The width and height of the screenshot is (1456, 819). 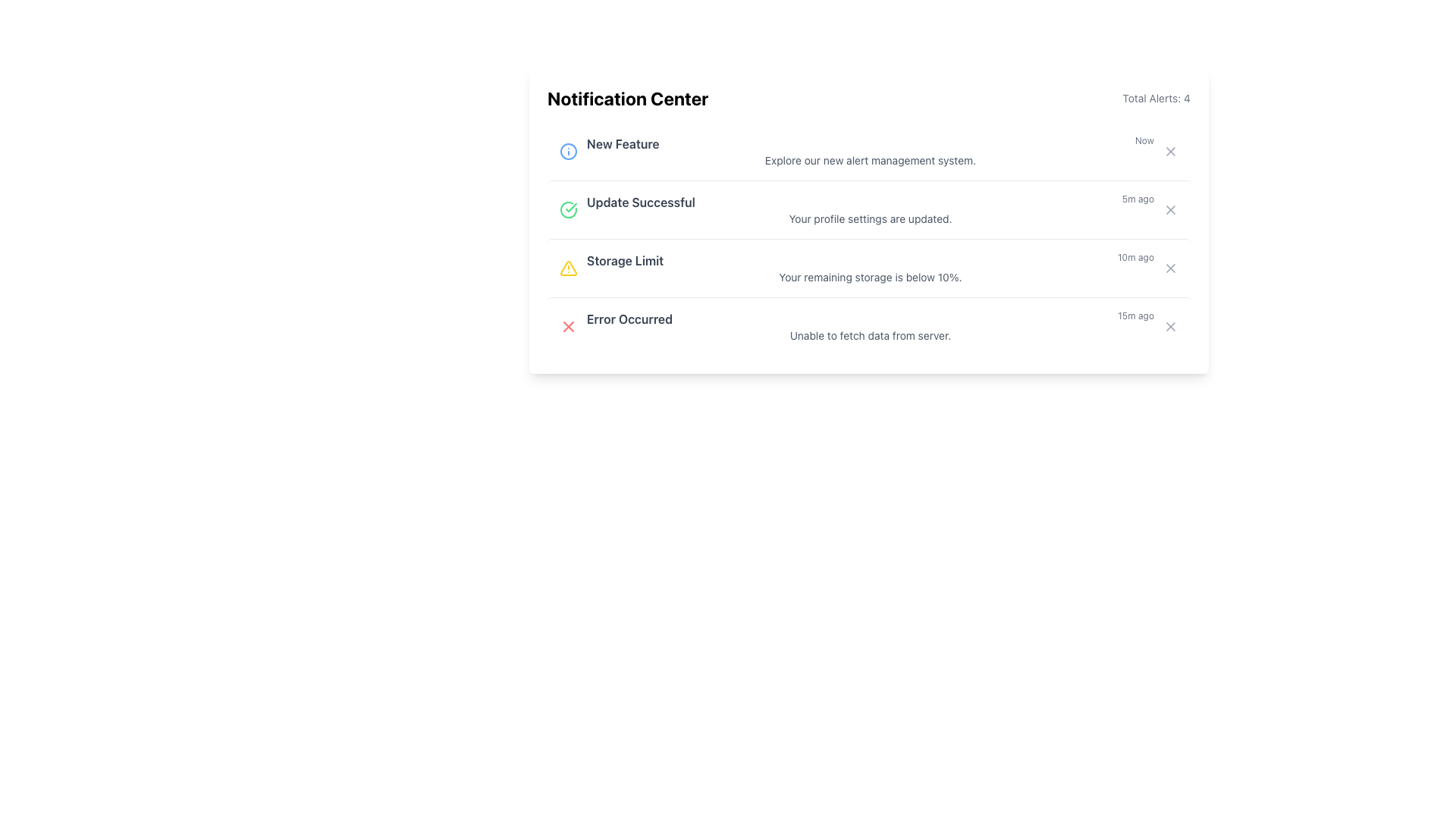 I want to click on the error by clicking on the last notification item in the notification center, which provides an error message and is positioned adjacent to a close button, so click(x=870, y=326).